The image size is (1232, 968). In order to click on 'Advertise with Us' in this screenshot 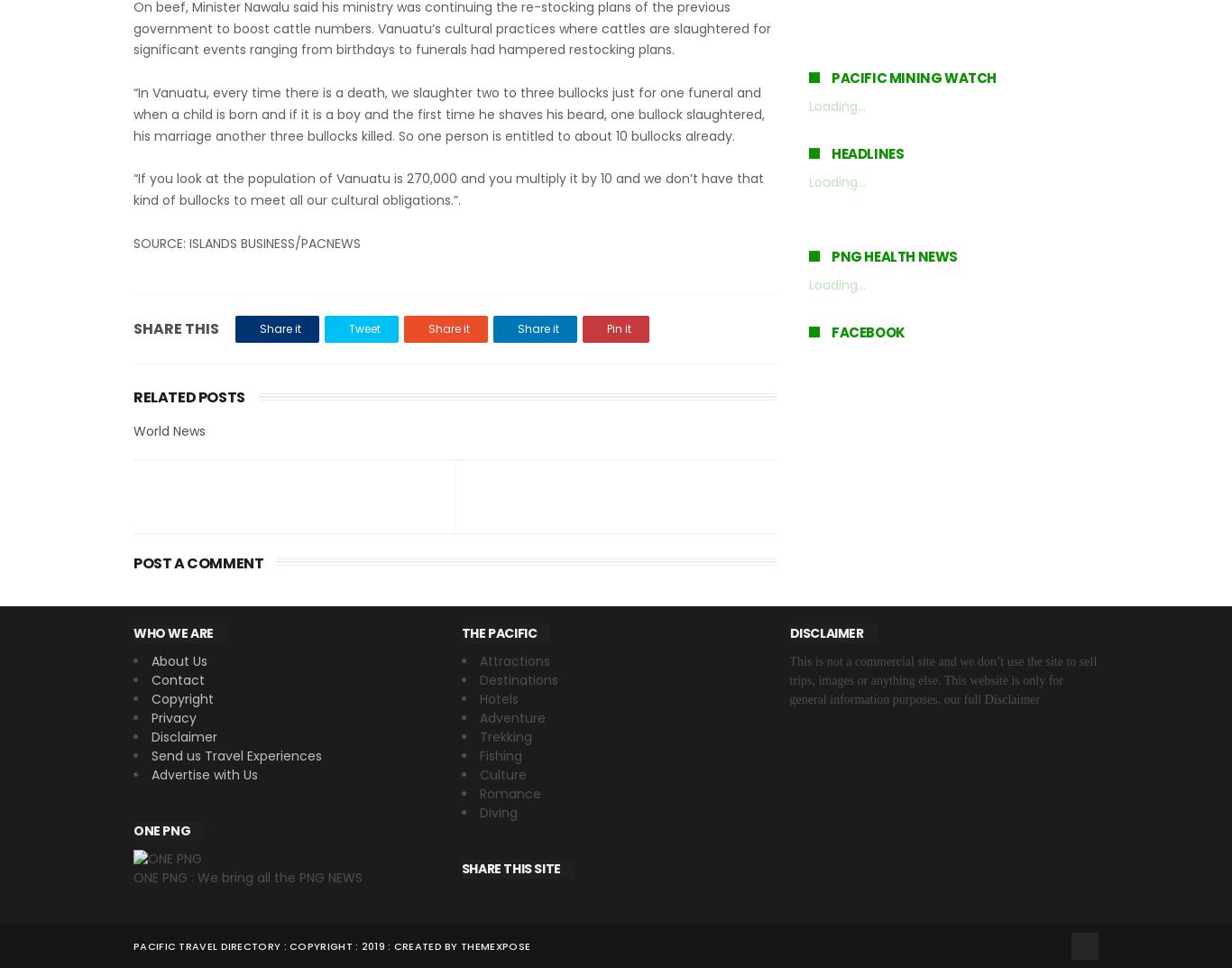, I will do `click(151, 774)`.